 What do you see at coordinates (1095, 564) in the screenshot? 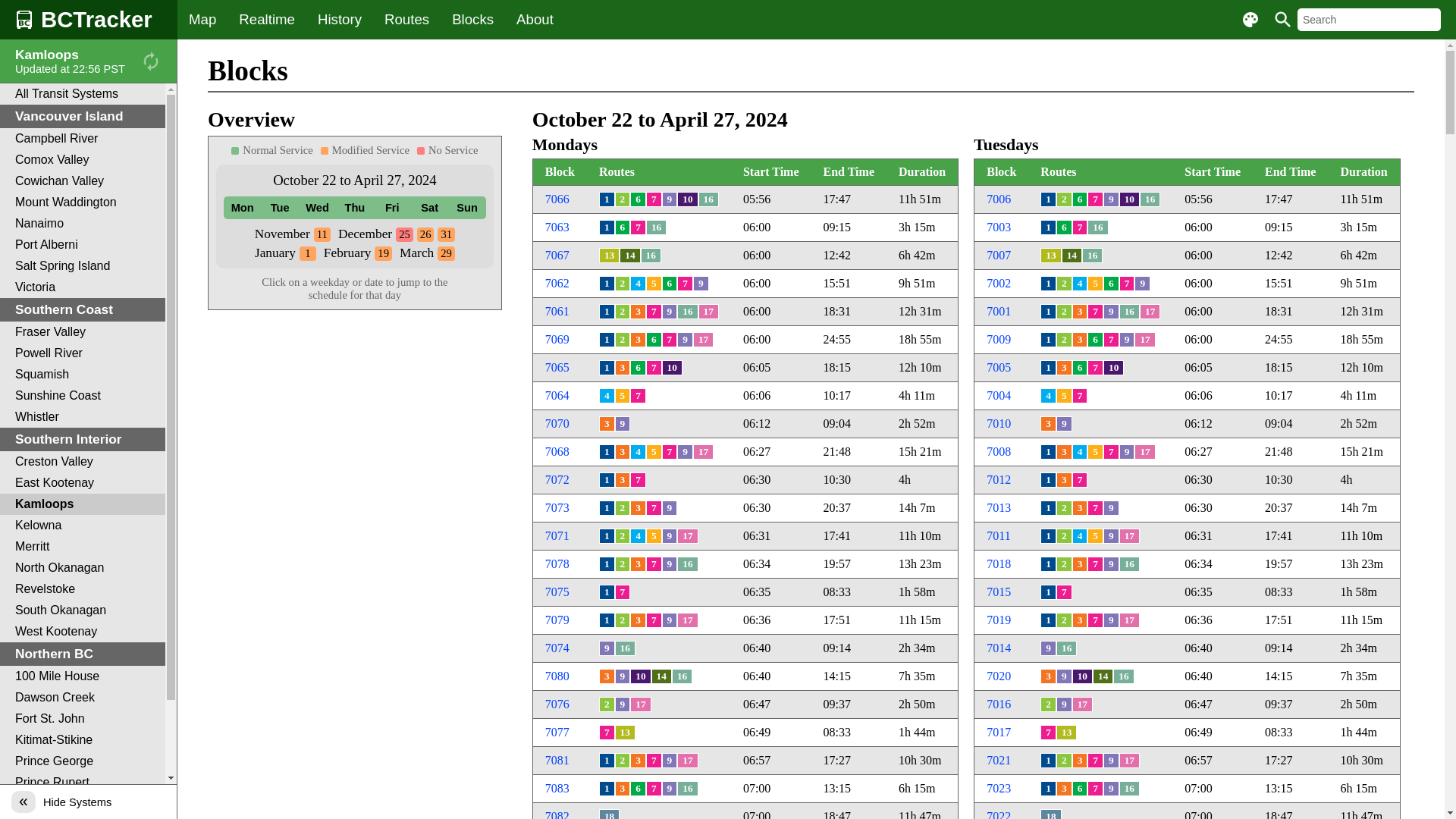
I see `'7'` at bounding box center [1095, 564].